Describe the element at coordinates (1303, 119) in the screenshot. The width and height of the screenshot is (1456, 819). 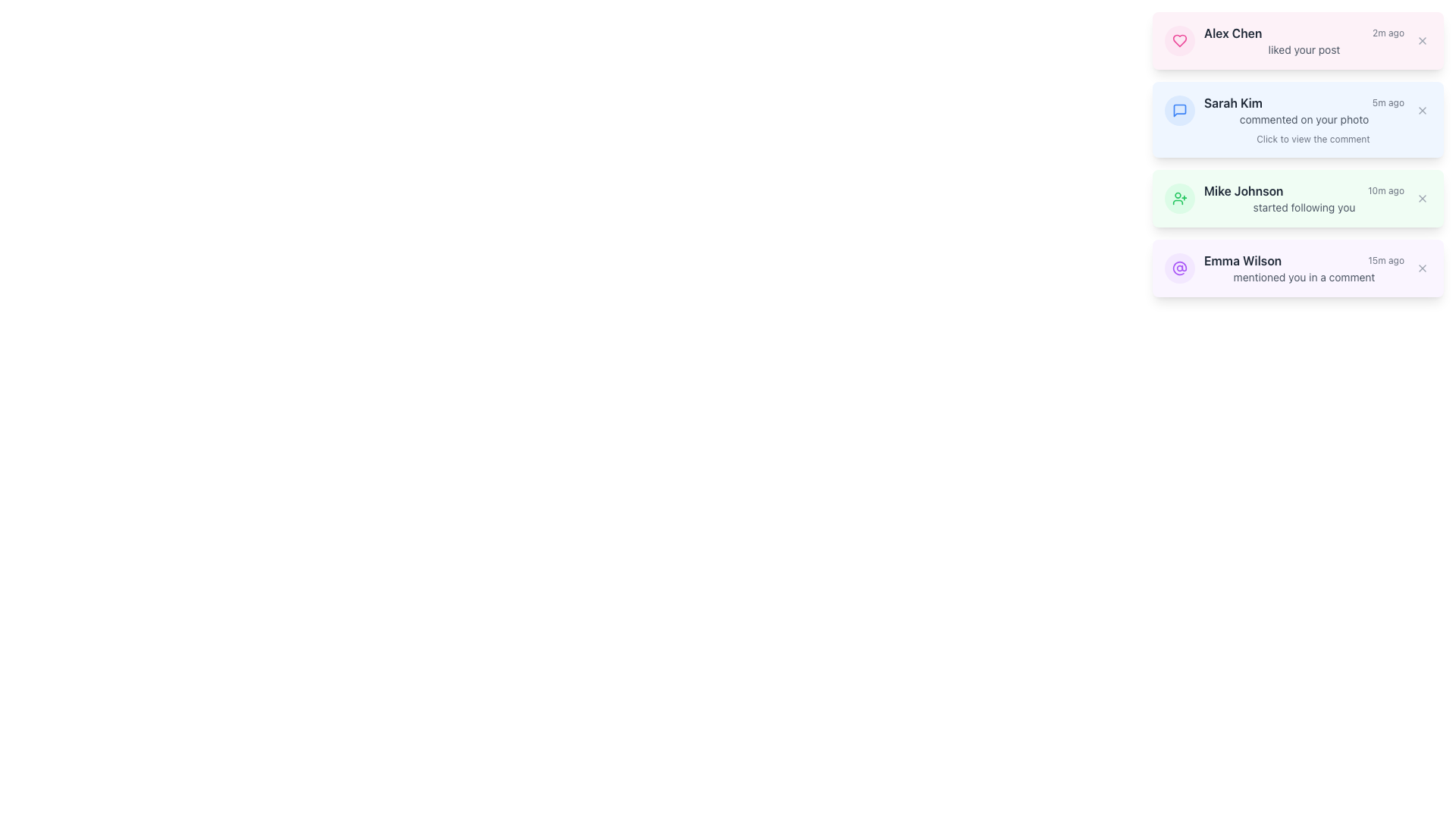
I see `the text label that says 'commented on your photo', which is styled in a smaller font and light gray color, located within the notification card for 'Sarah Kim'` at that location.